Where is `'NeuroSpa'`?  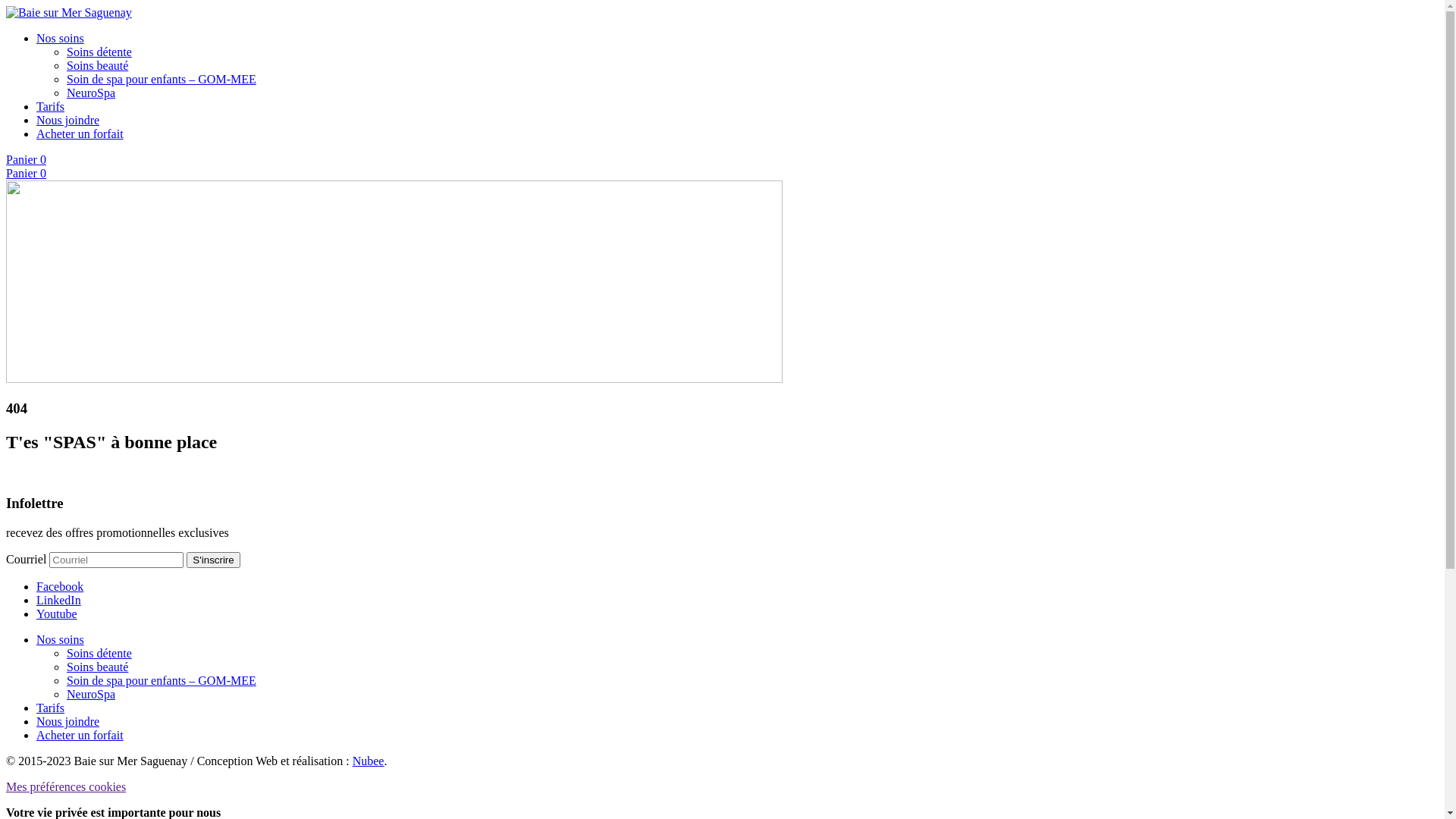
'NeuroSpa' is located at coordinates (90, 93).